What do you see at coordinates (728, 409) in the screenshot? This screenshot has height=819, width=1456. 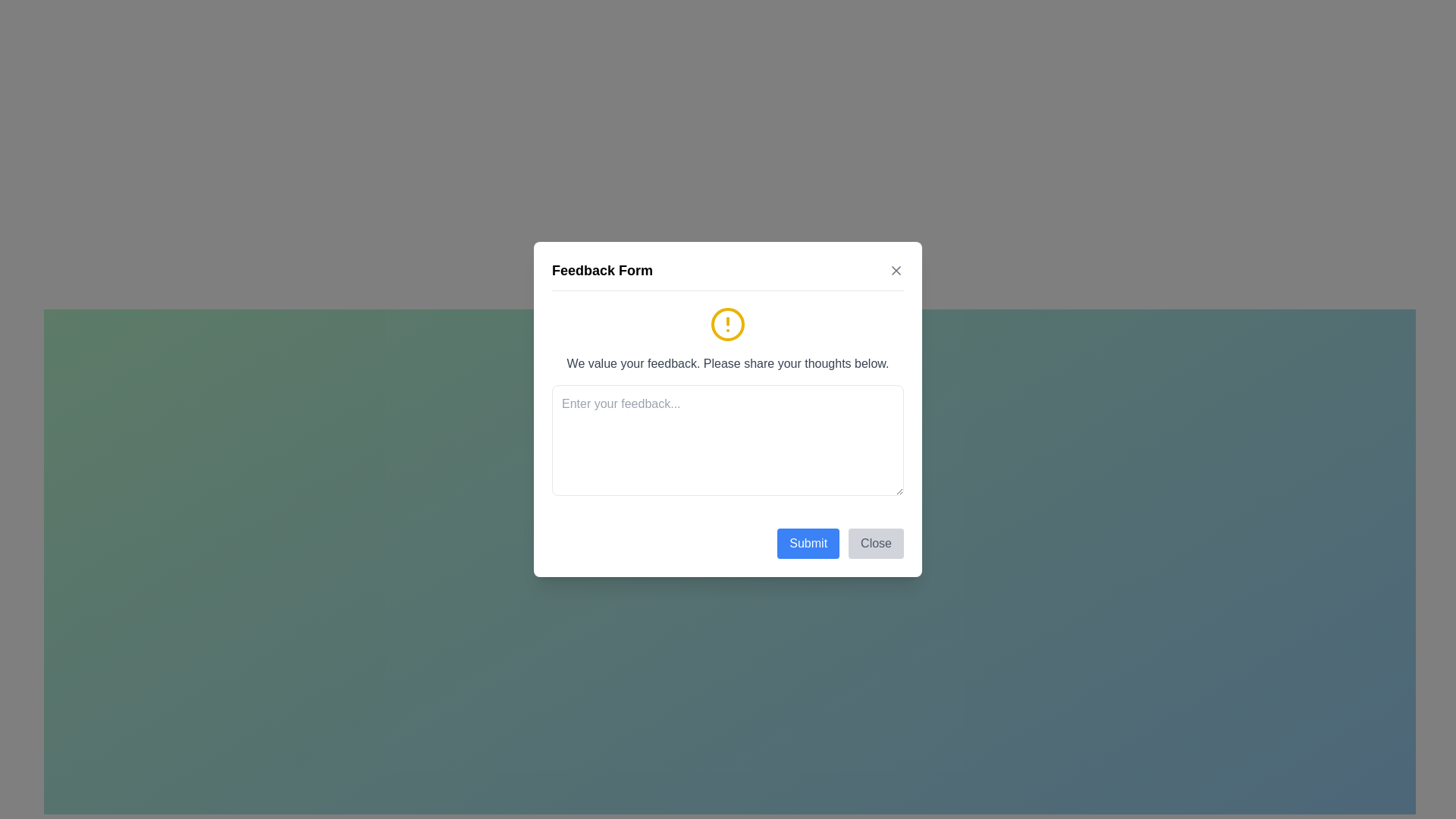 I see `the text area for input in the 'Feedback Form' modal dialog` at bounding box center [728, 409].